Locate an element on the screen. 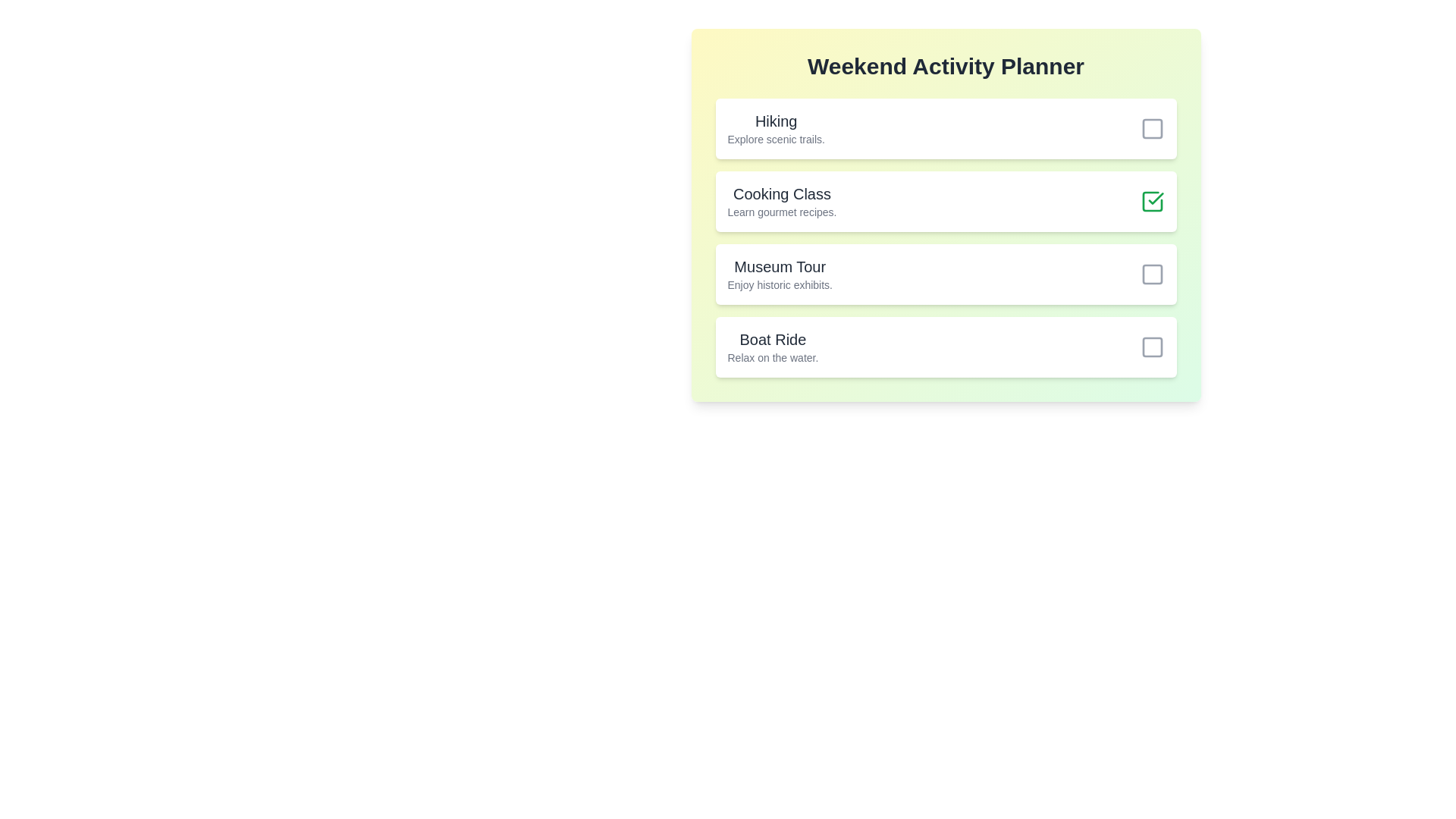 The width and height of the screenshot is (1456, 819). the activity 'Hiking' is located at coordinates (1152, 127).